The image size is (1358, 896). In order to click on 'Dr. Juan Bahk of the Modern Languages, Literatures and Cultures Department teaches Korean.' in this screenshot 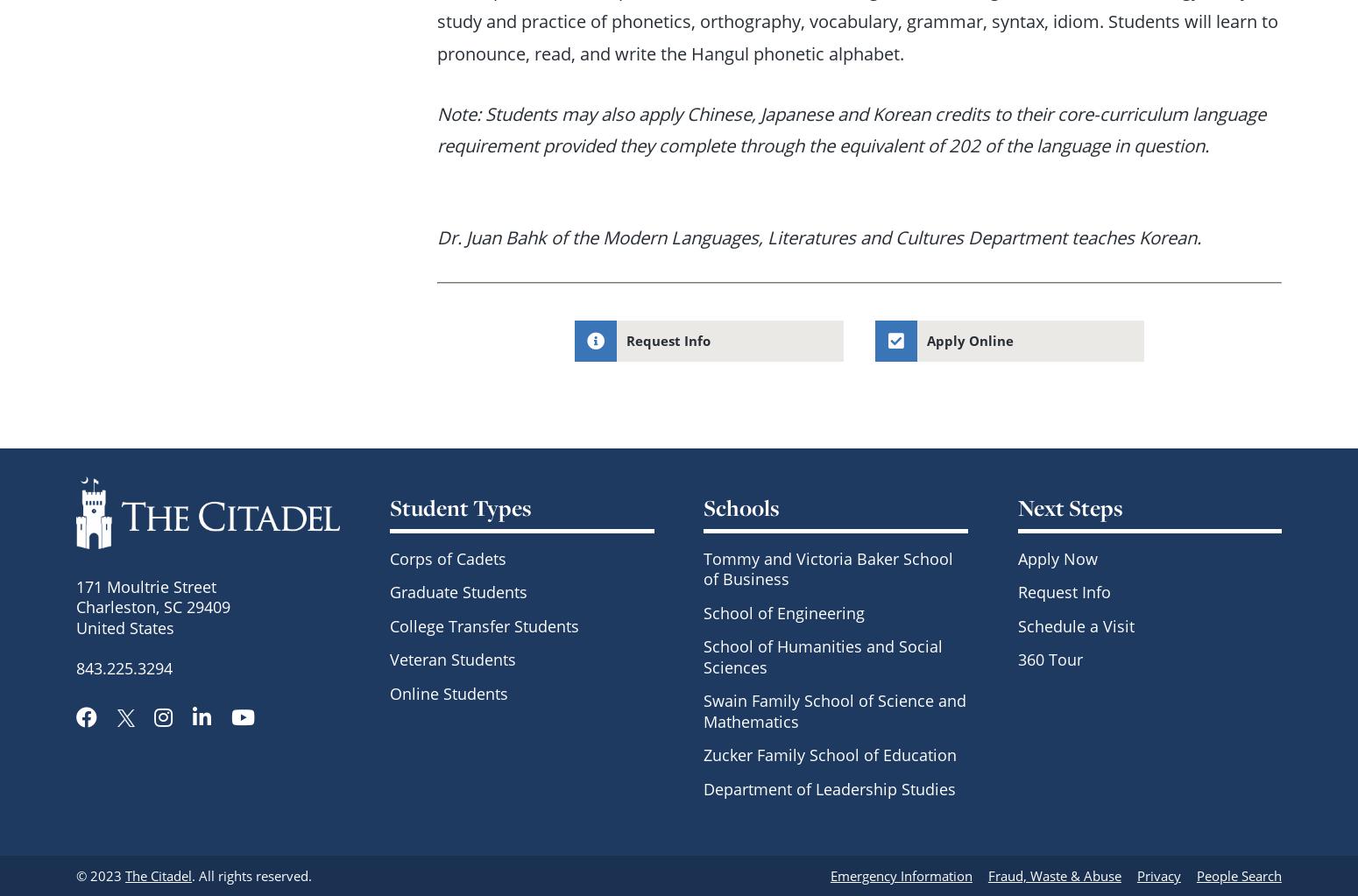, I will do `click(817, 236)`.